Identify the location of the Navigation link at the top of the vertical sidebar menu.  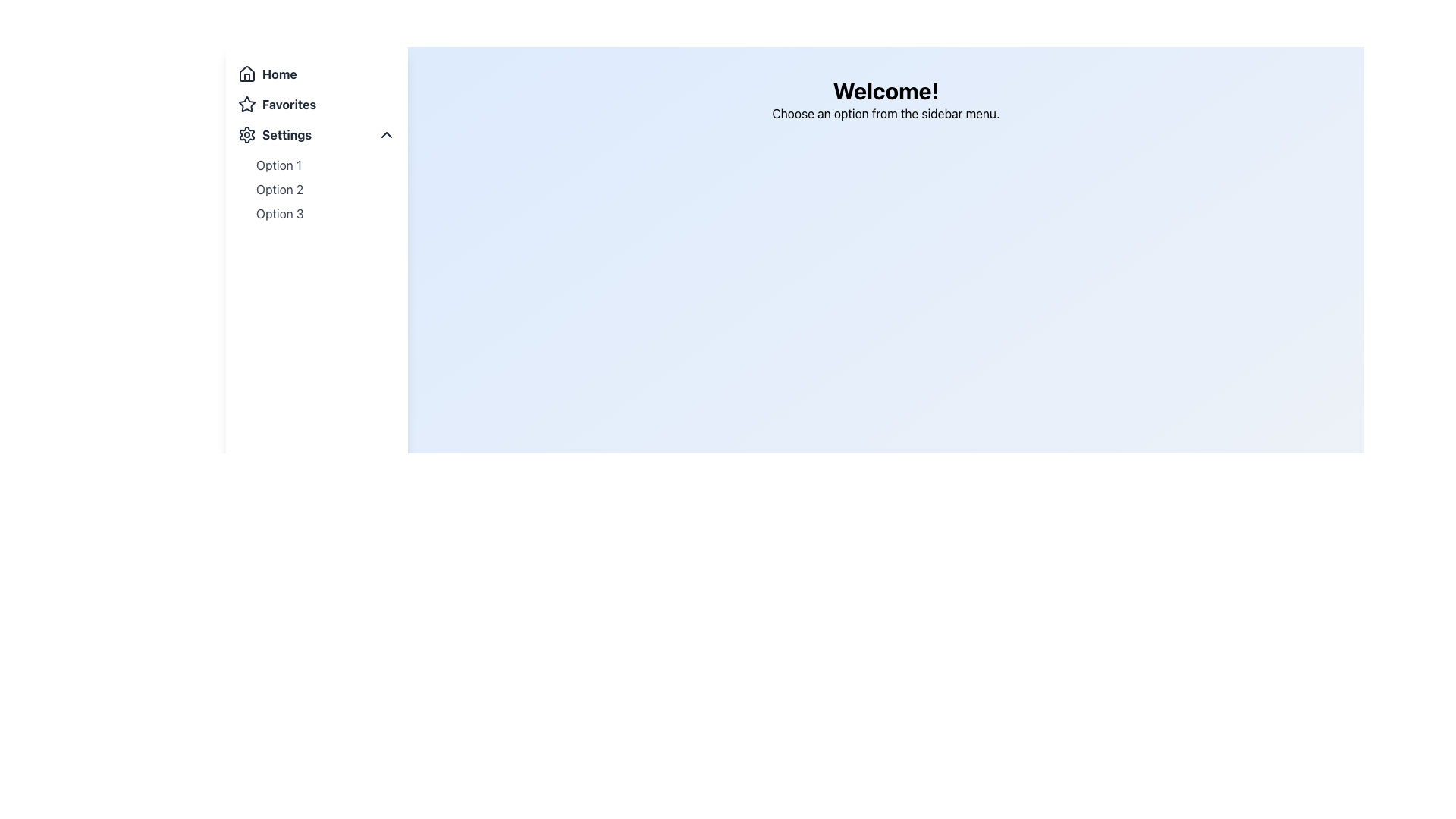
(315, 74).